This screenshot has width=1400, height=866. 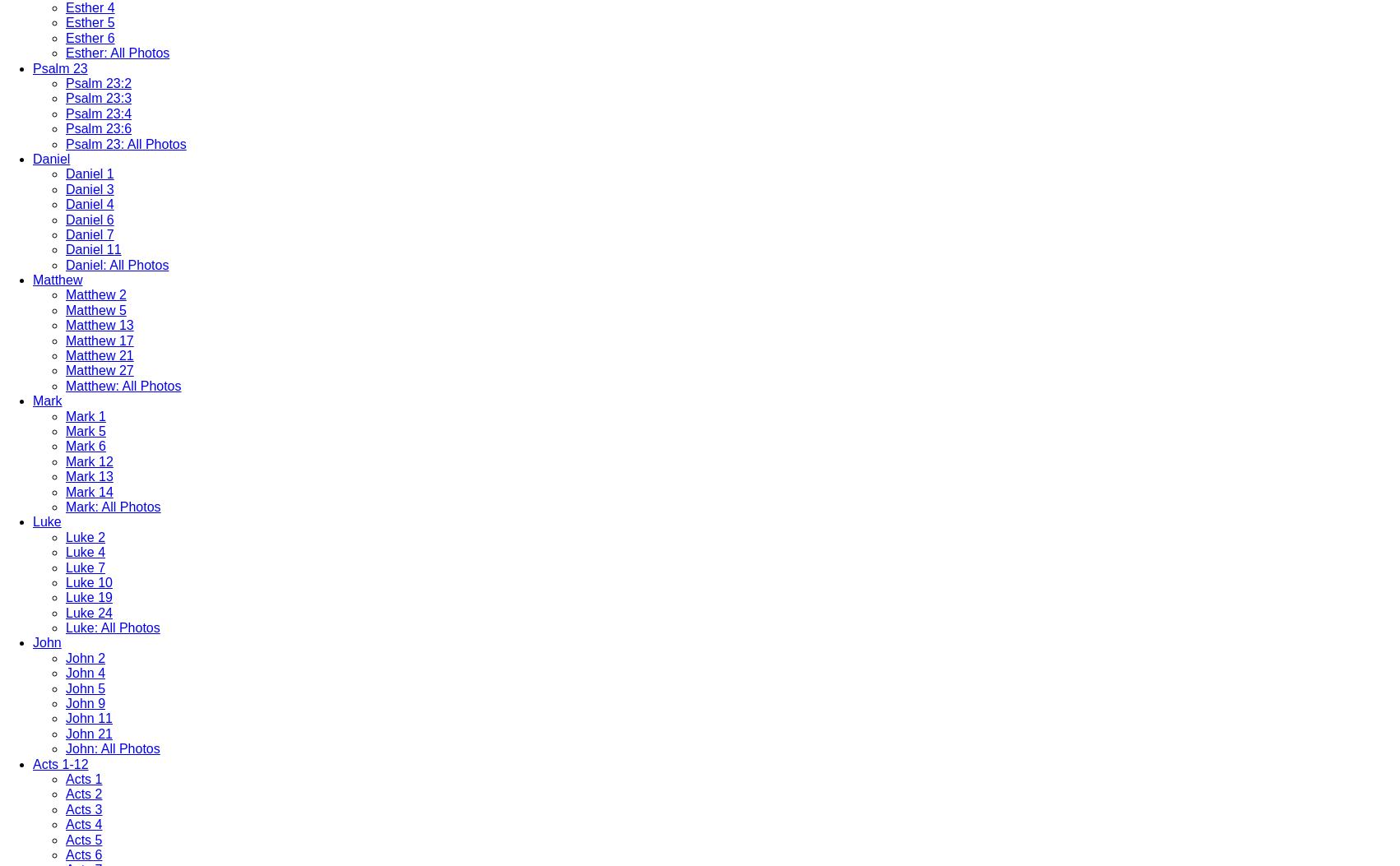 I want to click on 'Acts 2', so click(x=83, y=794).